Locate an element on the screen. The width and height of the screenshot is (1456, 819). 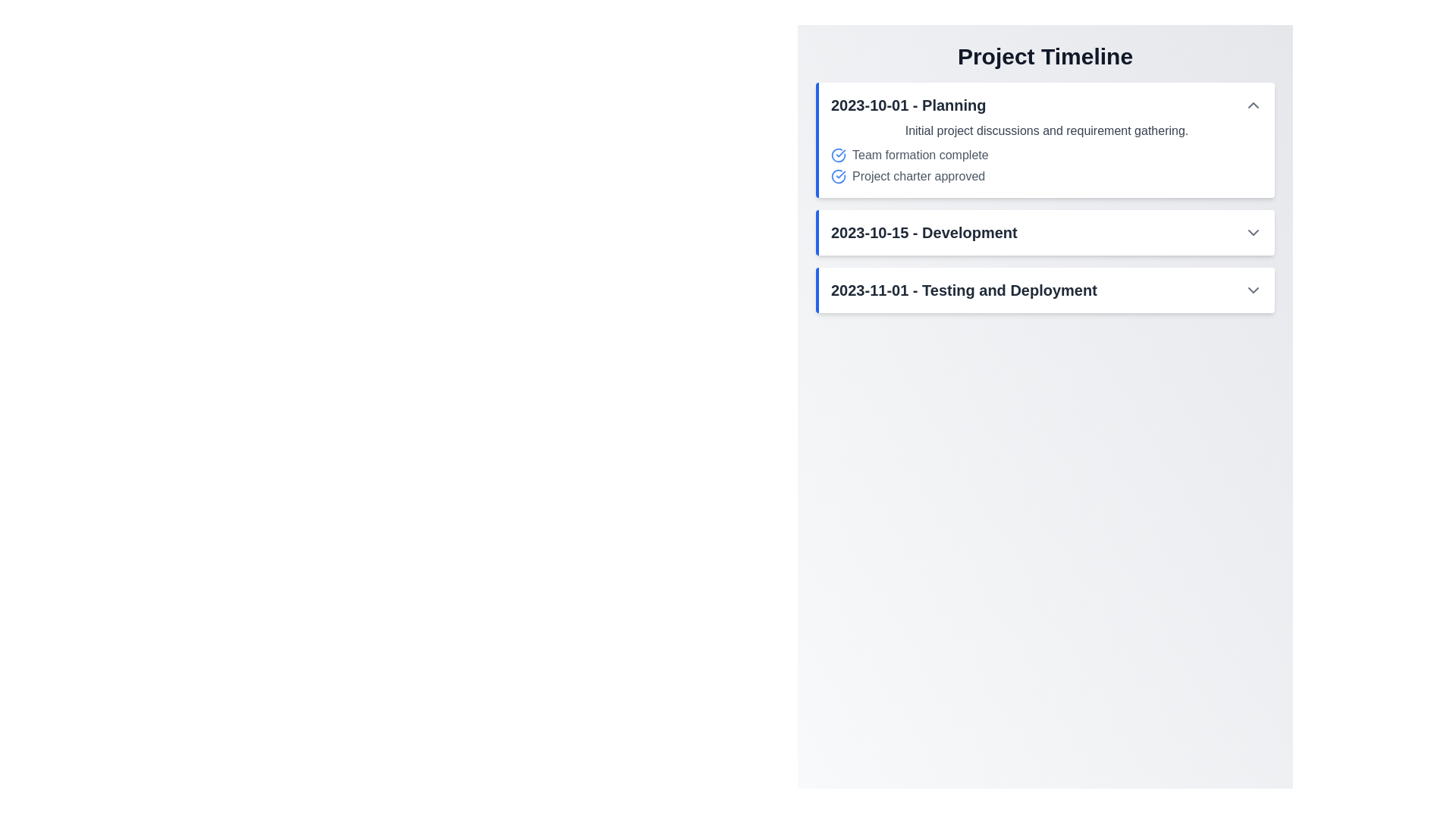
the Text Label that serves as the title for the 'Planning' section of the project timeline, positioned at the top of the section is located at coordinates (908, 104).